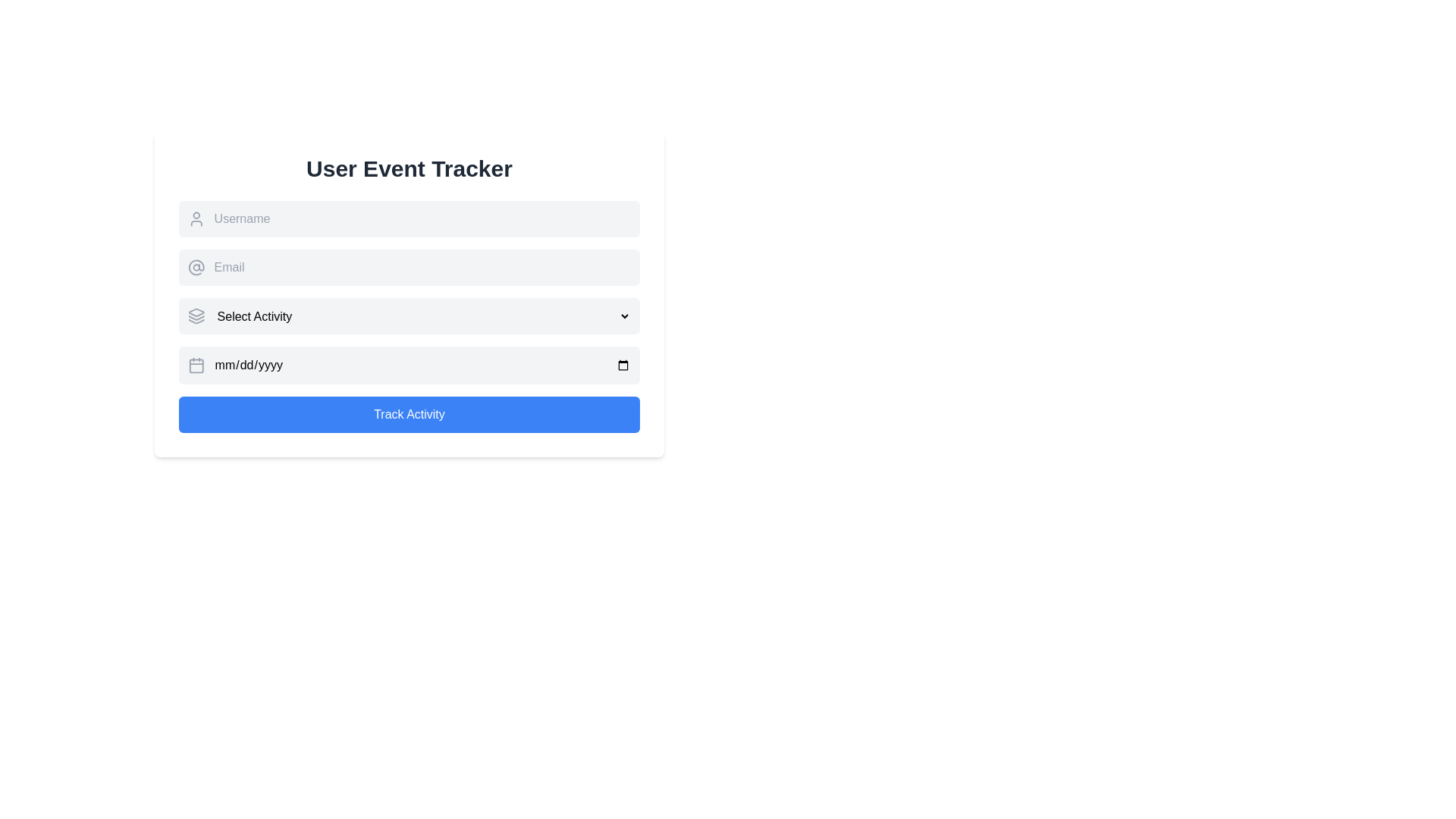 This screenshot has height=819, width=1456. Describe the element at coordinates (422, 219) in the screenshot. I see `the username input field located centrally beneath the title 'User Event Tracker' to see the cursor appear` at that location.